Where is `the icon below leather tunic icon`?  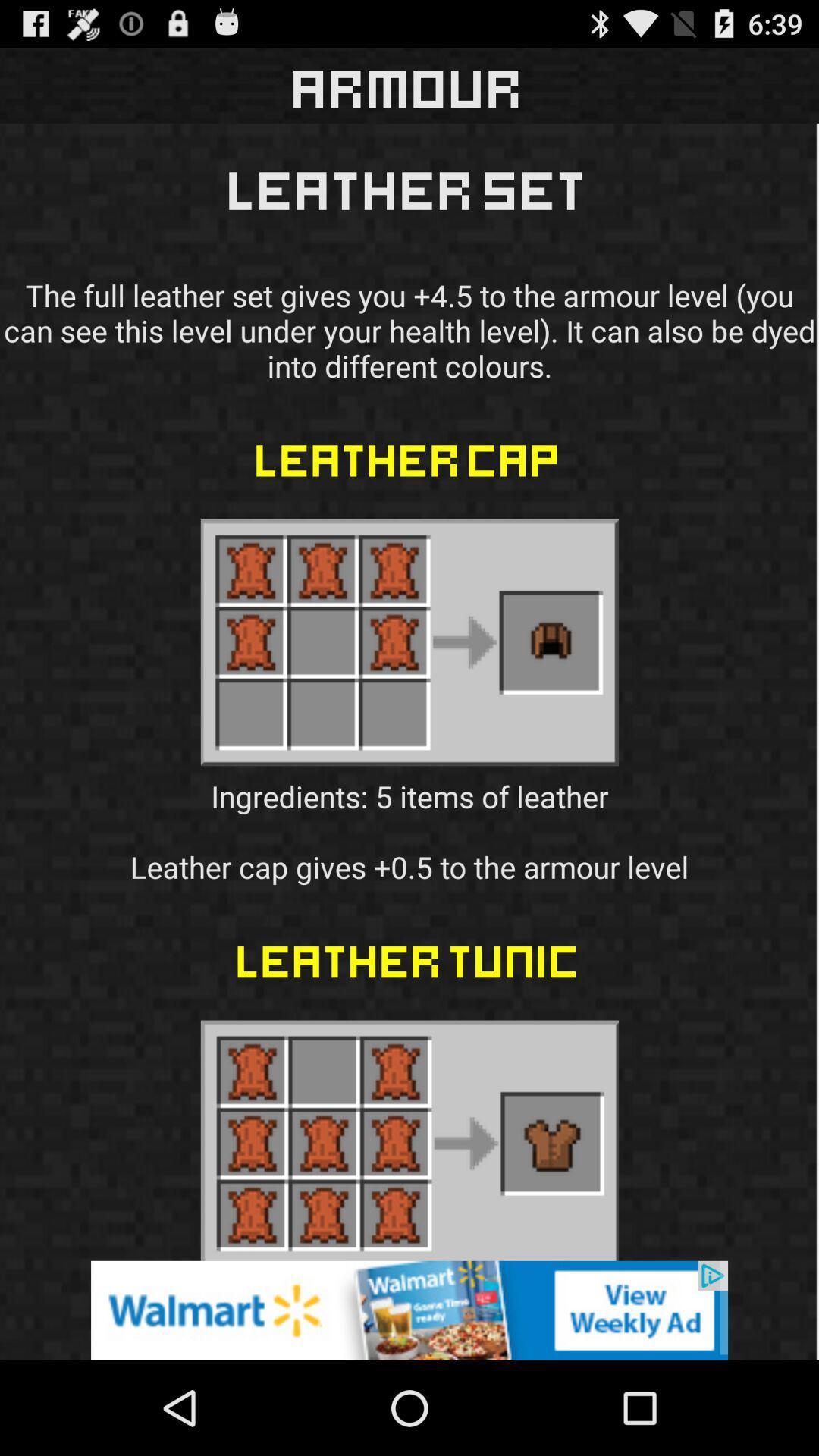 the icon below leather tunic icon is located at coordinates (409, 1310).